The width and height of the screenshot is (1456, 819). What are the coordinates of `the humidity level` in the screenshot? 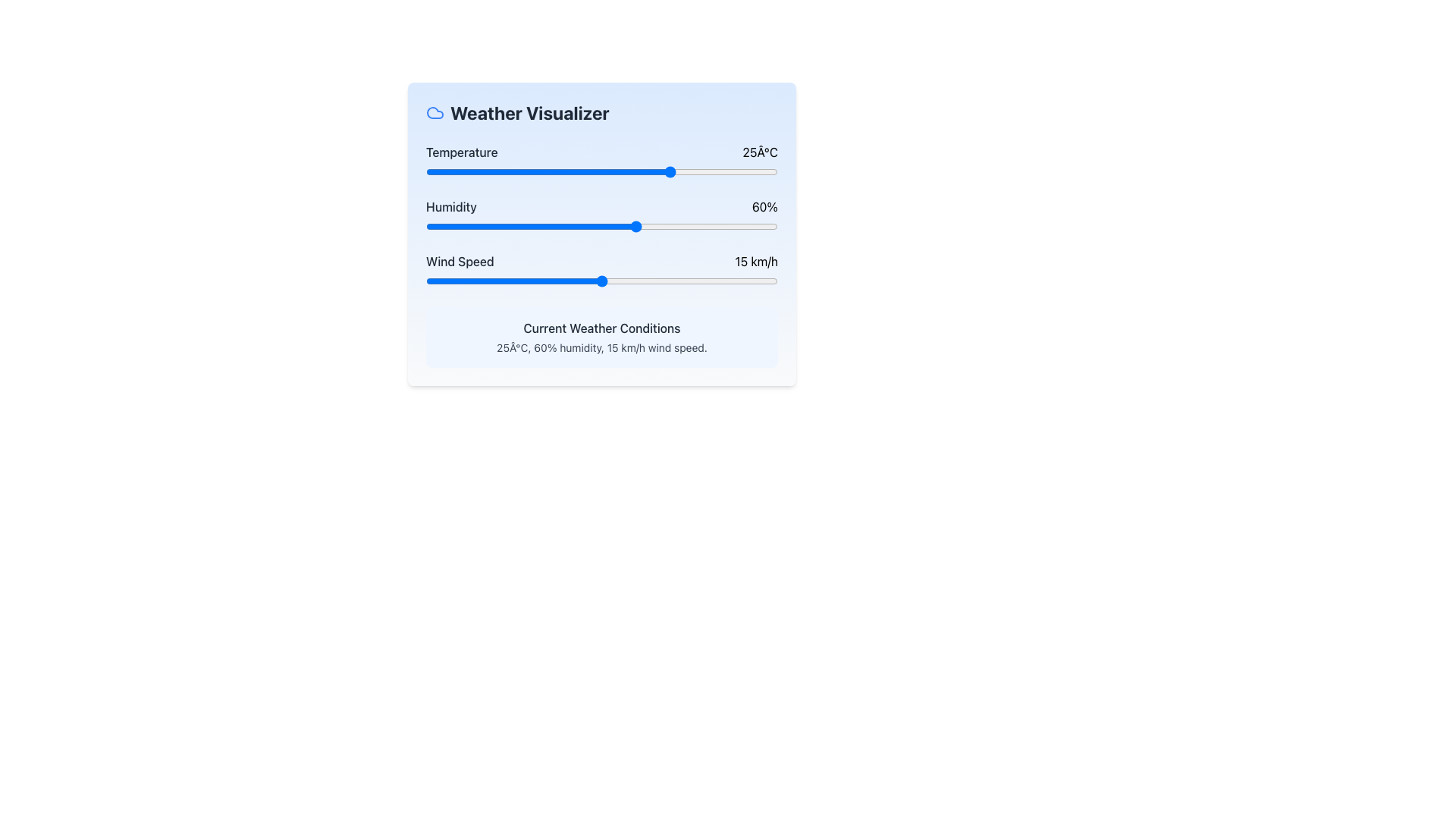 It's located at (576, 227).